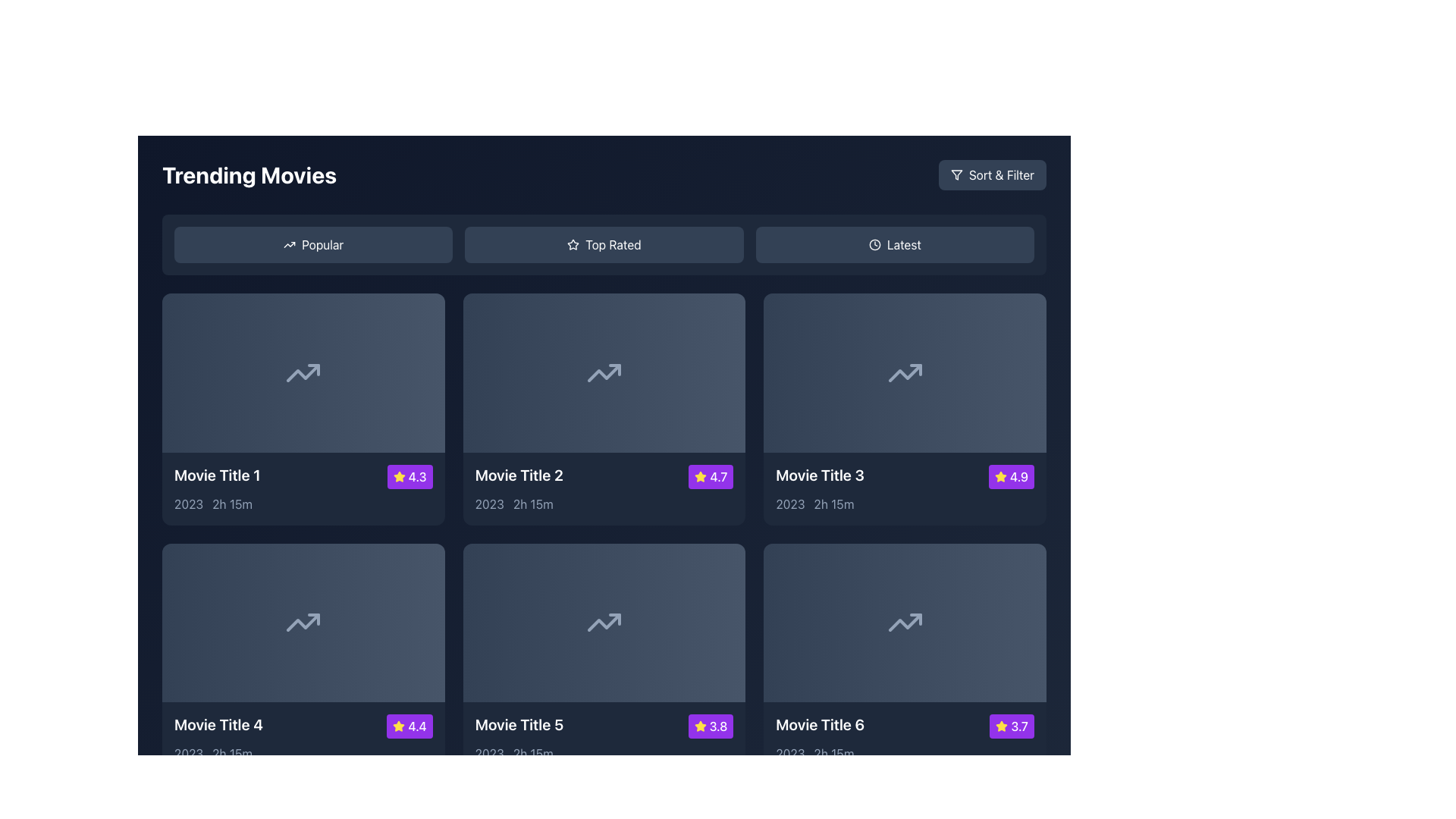  Describe the element at coordinates (303, 372) in the screenshot. I see `the trending icon indicating popularity for 'Movie Title 1' located at the top center of its panel in the 'Trending Movies' section` at that location.